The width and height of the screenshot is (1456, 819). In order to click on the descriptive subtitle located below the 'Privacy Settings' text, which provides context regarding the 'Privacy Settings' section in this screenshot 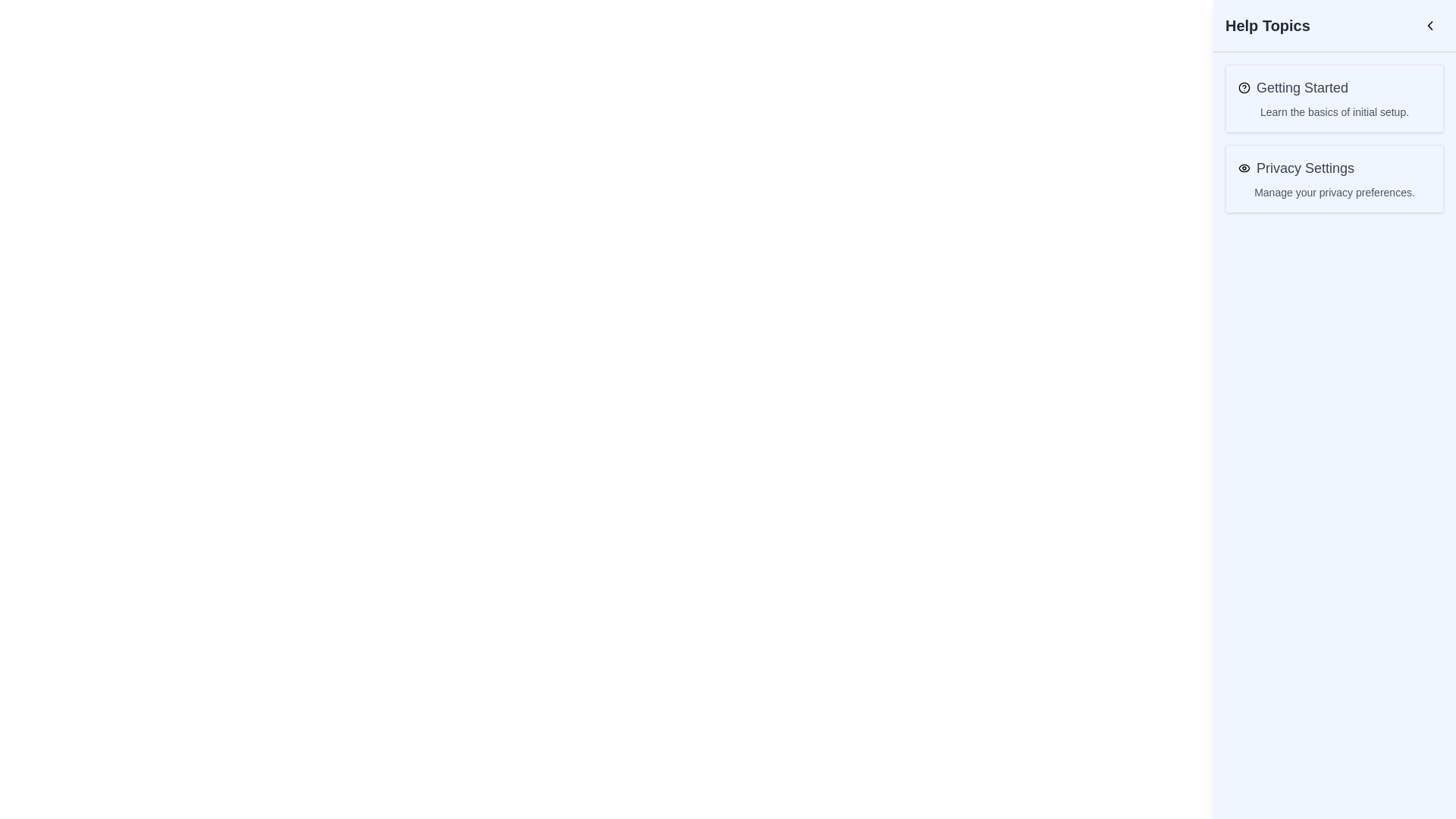, I will do `click(1335, 192)`.